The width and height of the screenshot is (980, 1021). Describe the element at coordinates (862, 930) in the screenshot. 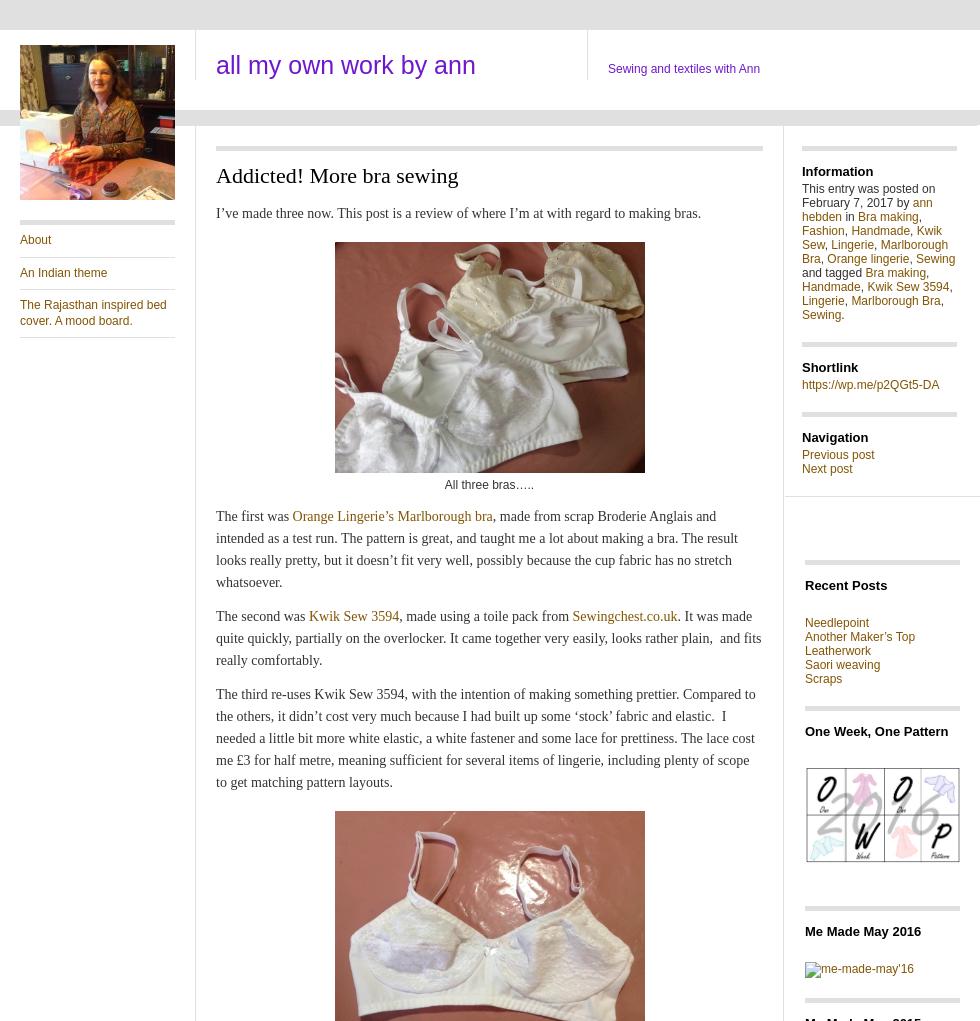

I see `'Me Made May 2016'` at that location.